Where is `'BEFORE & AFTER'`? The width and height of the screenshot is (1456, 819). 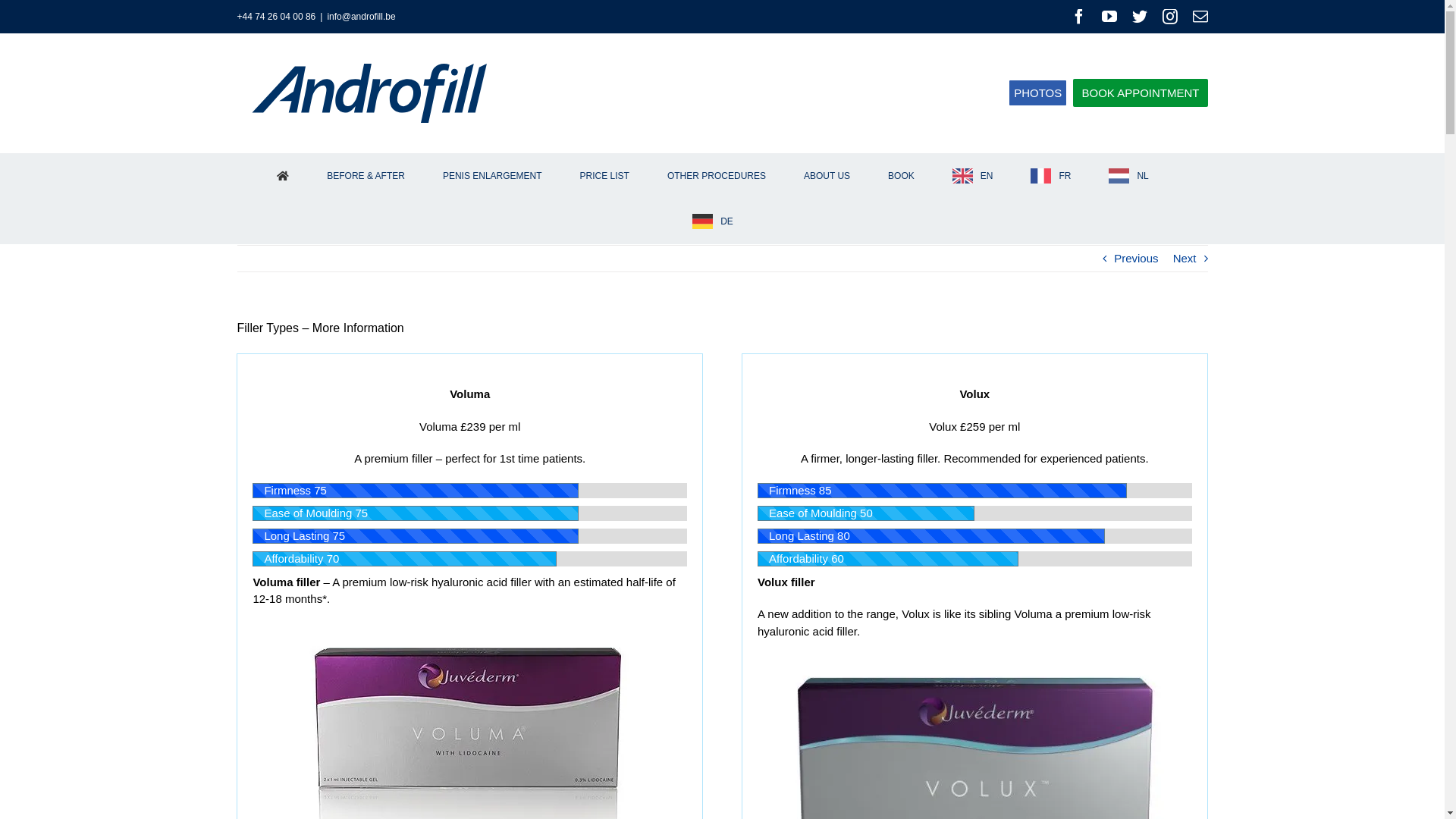 'BEFORE & AFTER' is located at coordinates (366, 174).